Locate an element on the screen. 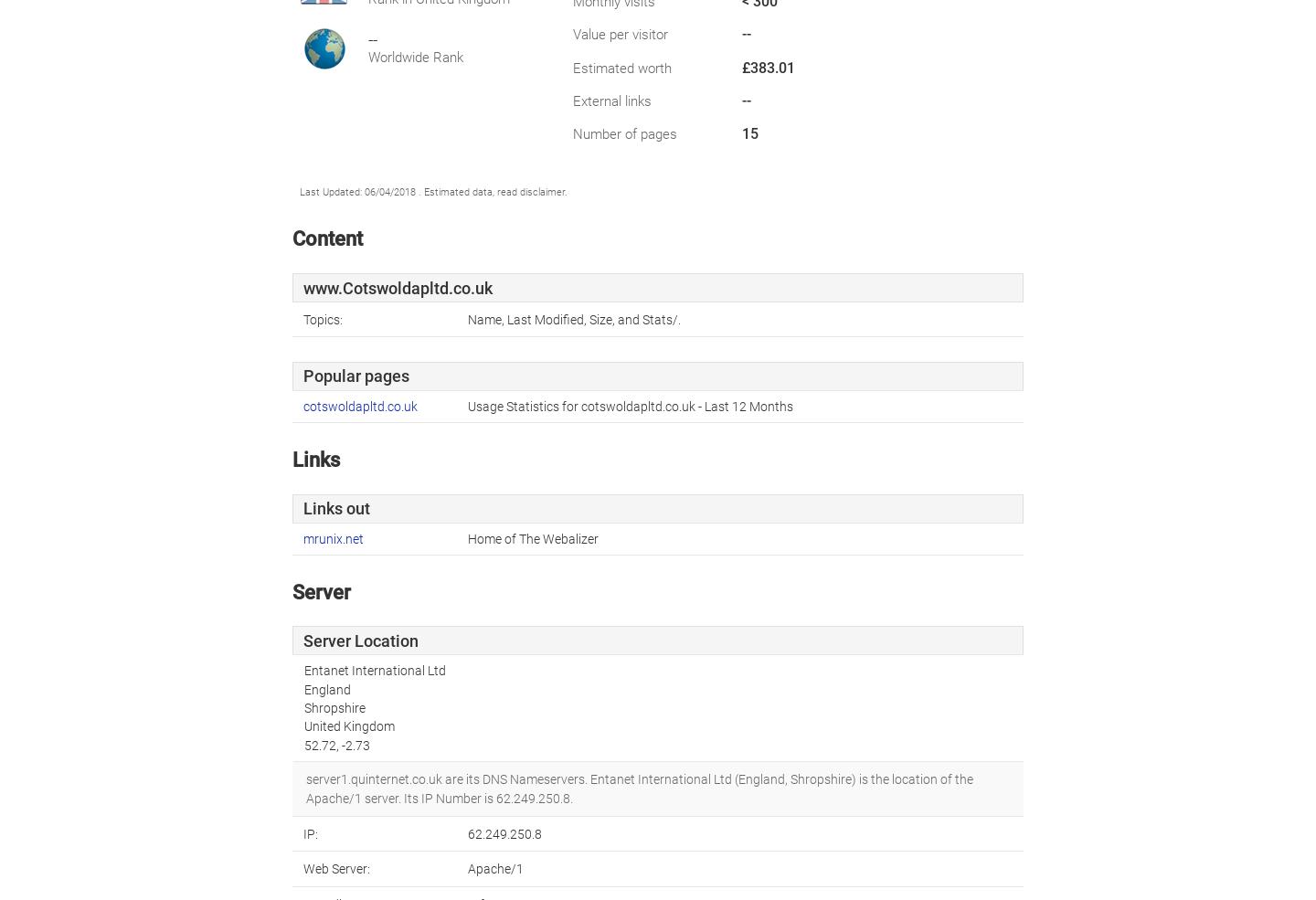  'Value per visitor' is located at coordinates (571, 34).